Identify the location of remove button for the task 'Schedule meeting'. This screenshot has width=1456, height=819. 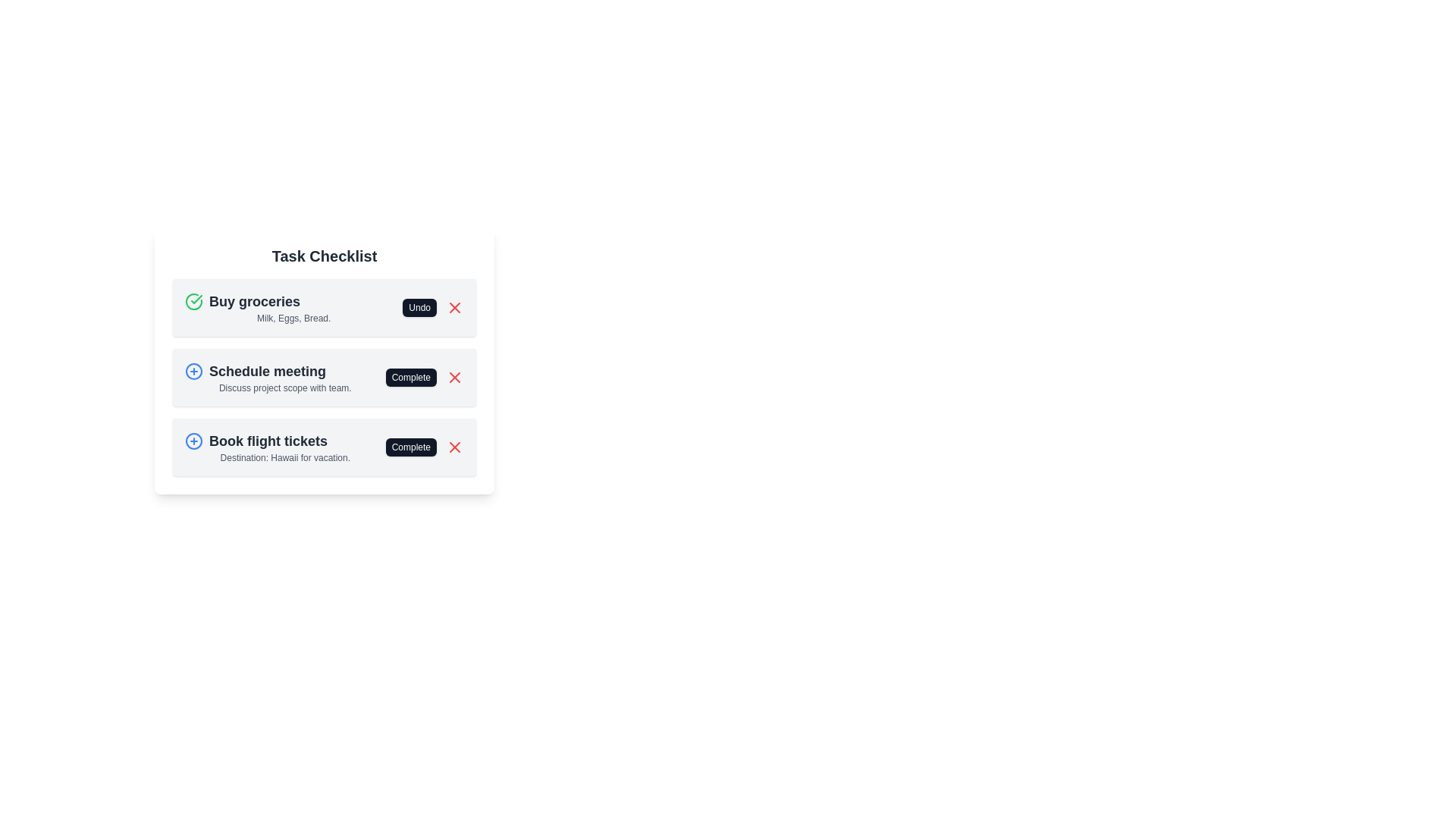
(454, 376).